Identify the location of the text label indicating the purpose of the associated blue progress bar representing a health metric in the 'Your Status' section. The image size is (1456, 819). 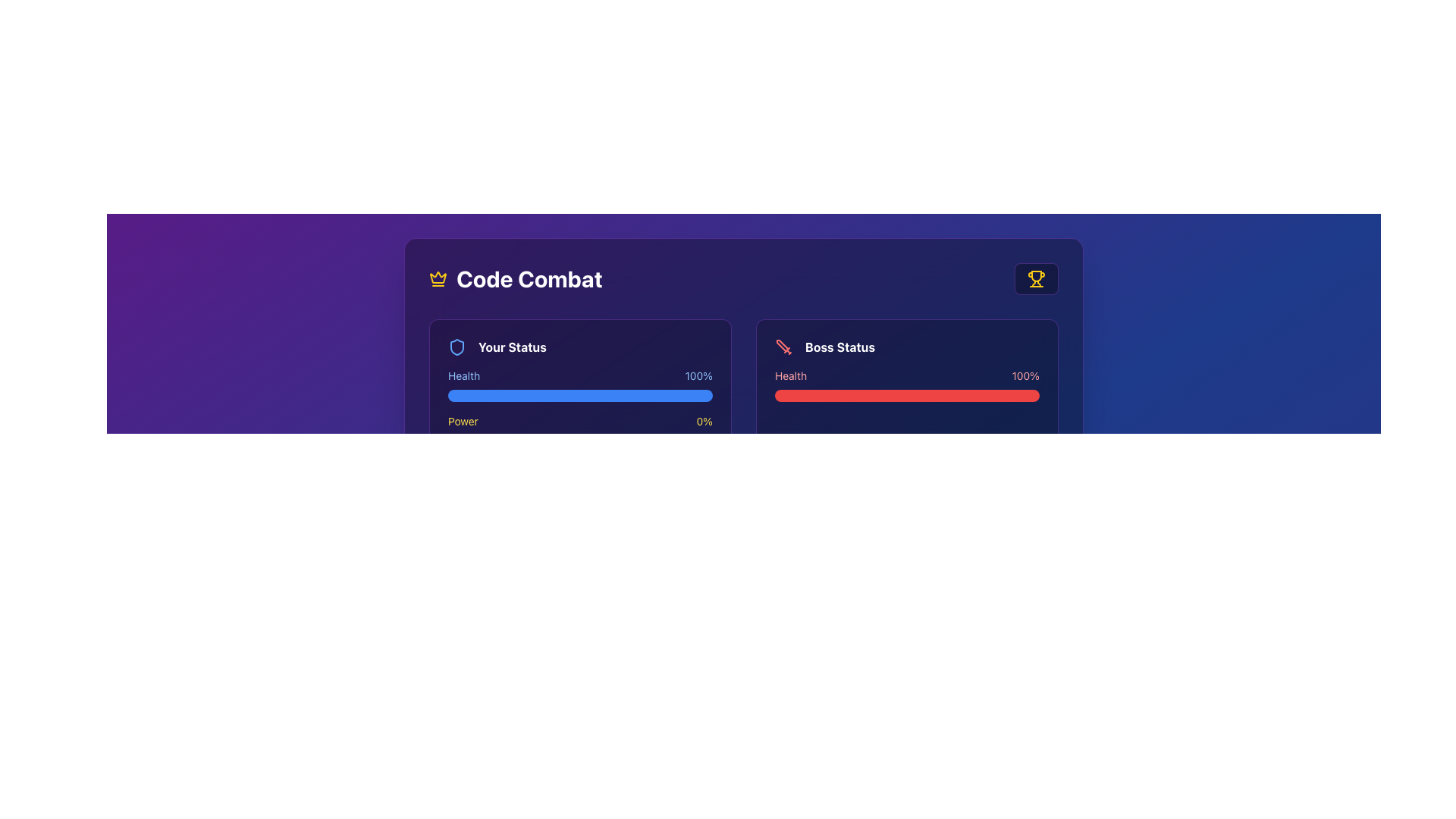
(463, 375).